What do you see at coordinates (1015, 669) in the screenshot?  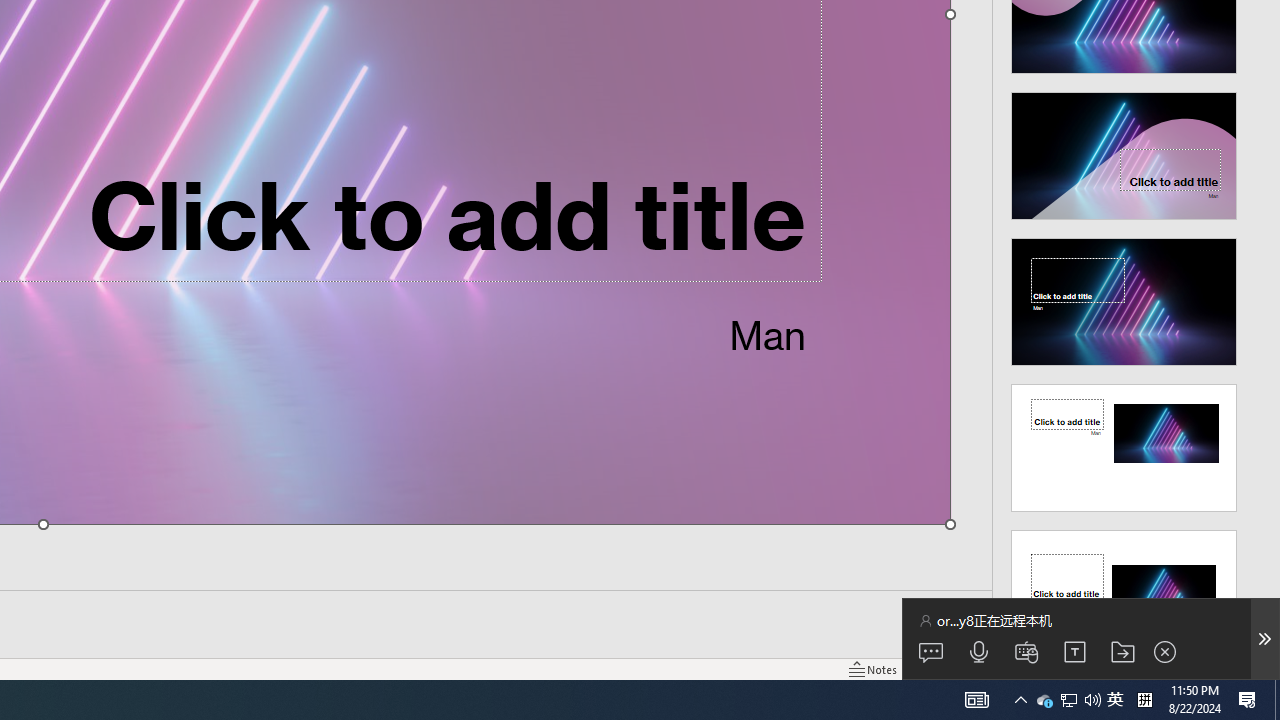 I see `'Reading View'` at bounding box center [1015, 669].